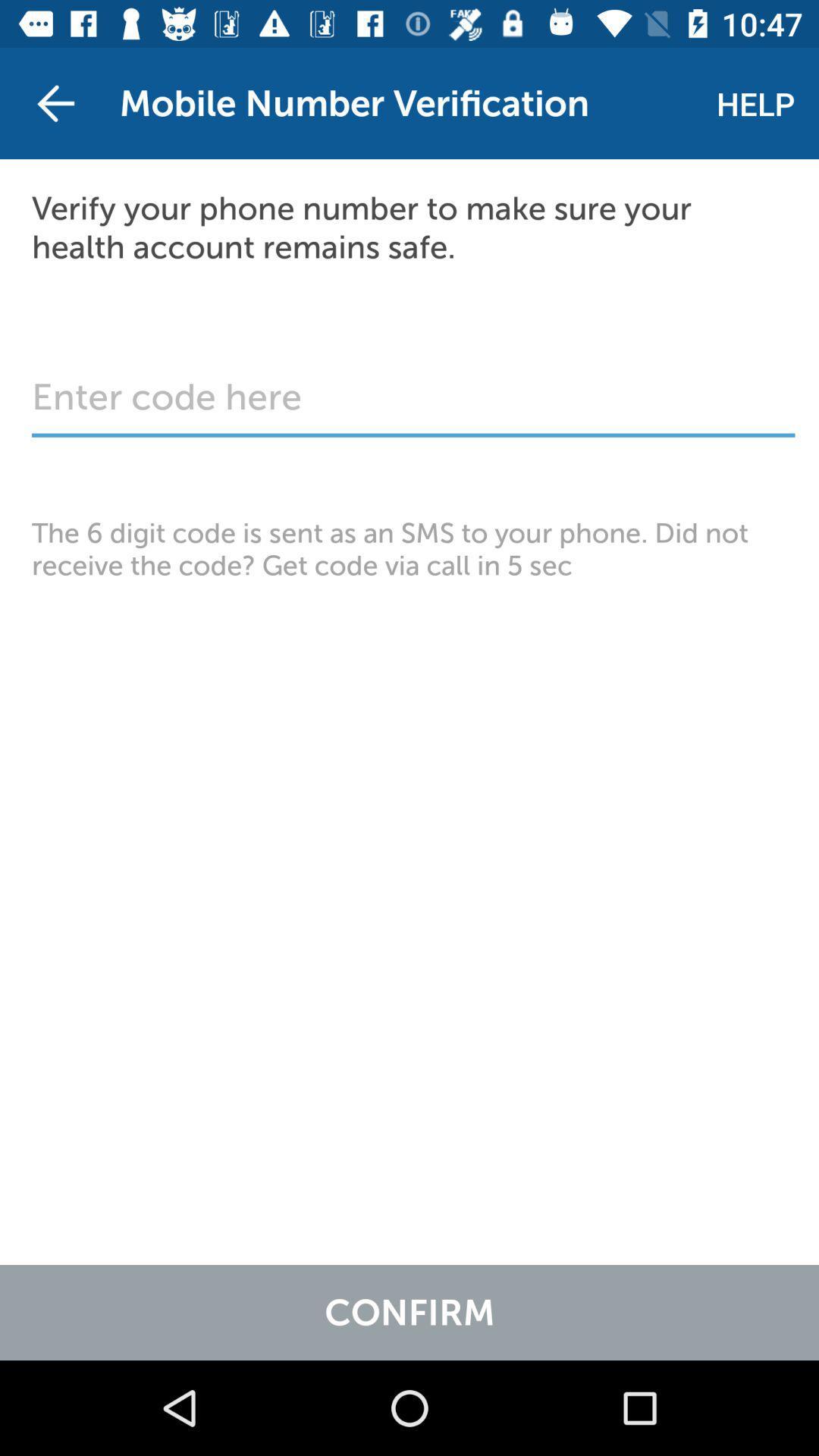 Image resolution: width=819 pixels, height=1456 pixels. I want to click on icon below the the 6 digit icon, so click(409, 1312).